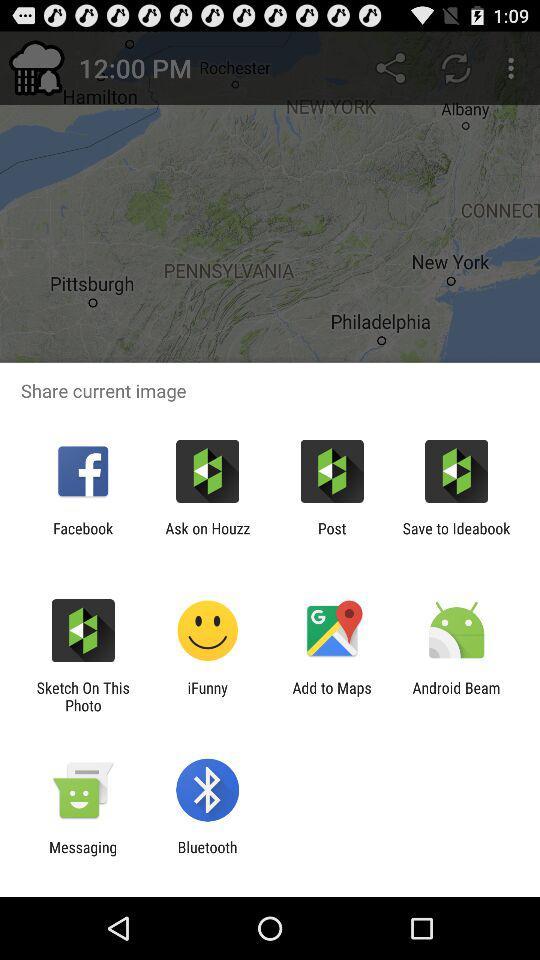 The image size is (540, 960). I want to click on ask on houzz app, so click(206, 536).